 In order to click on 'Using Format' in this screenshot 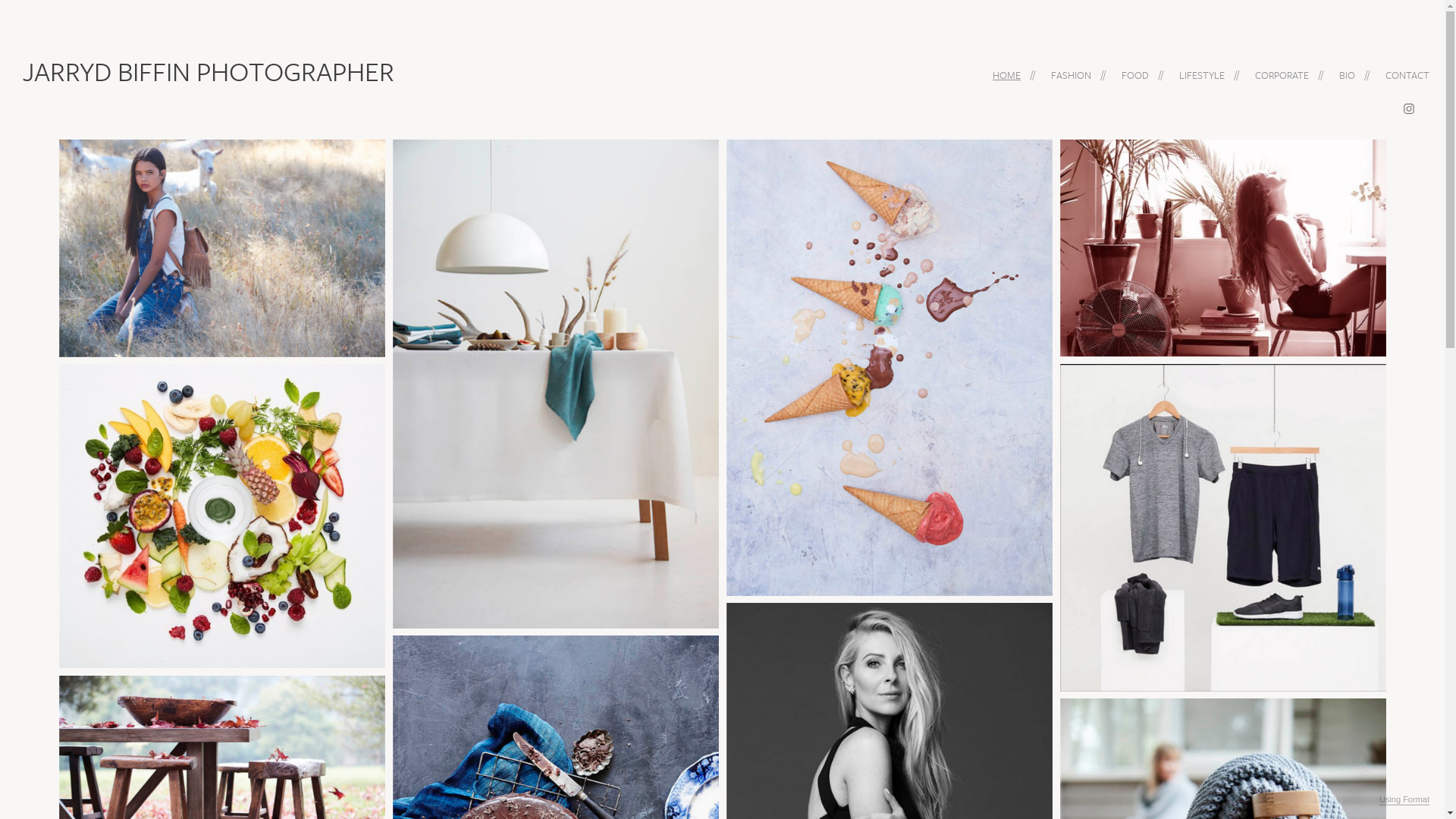, I will do `click(1404, 799)`.